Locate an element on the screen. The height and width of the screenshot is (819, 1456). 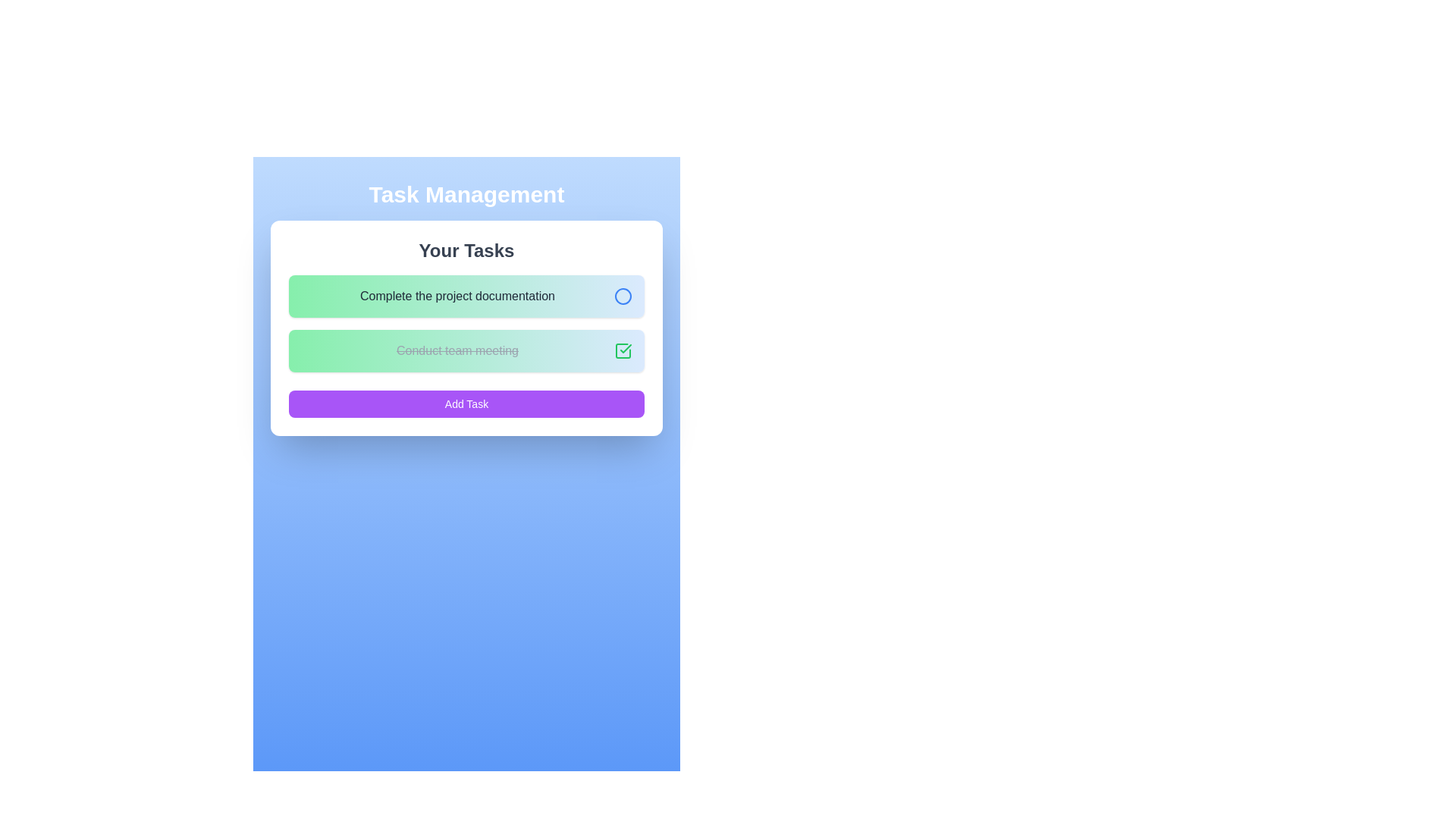
the text label displaying 'Conduct team meeting', which is styled with a line-through effect and is located below the 'Complete the project documentation' task and above the 'Add Task' button is located at coordinates (457, 350).